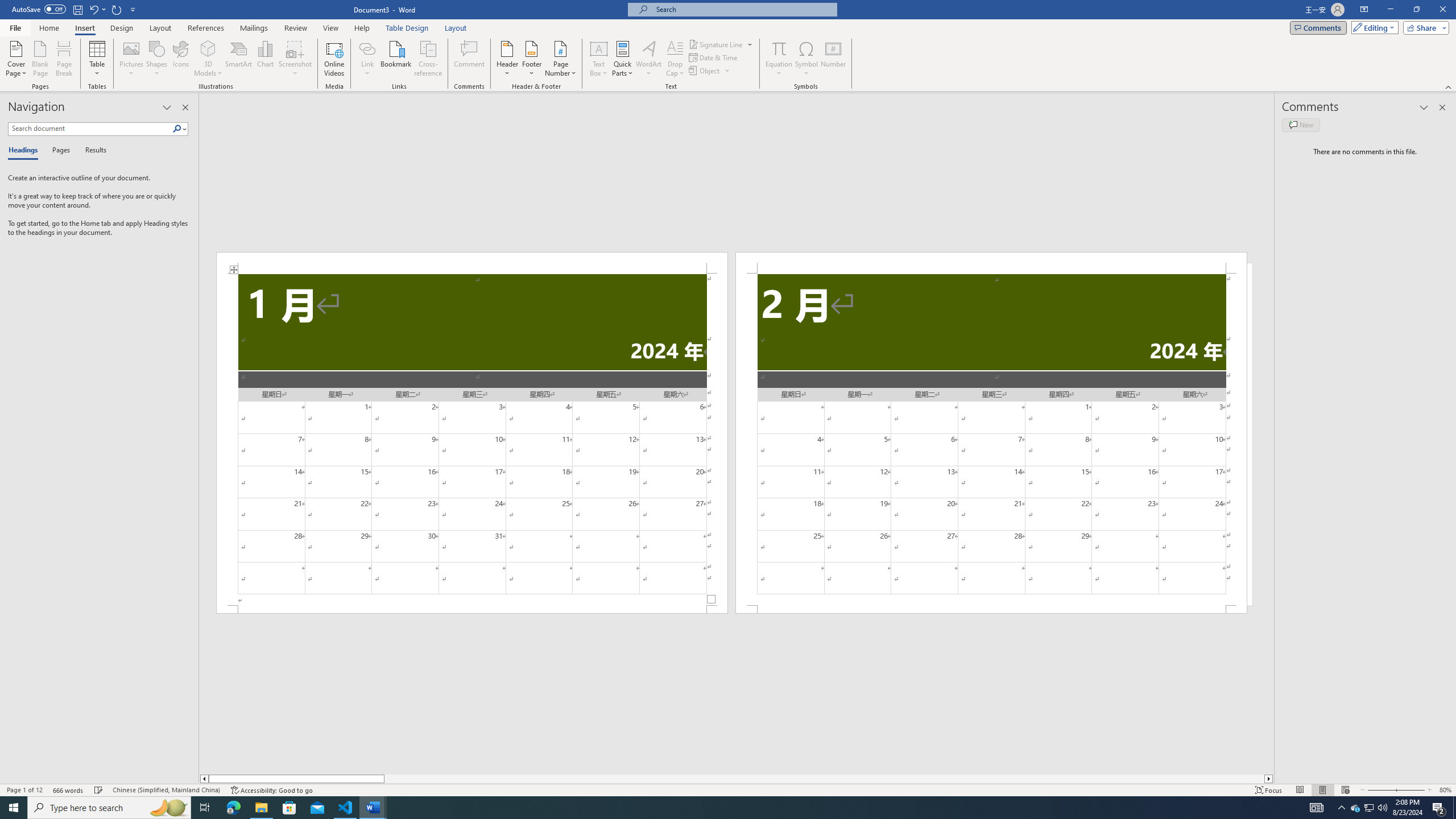 This screenshot has width=1456, height=819. What do you see at coordinates (833, 59) in the screenshot?
I see `'Number...'` at bounding box center [833, 59].